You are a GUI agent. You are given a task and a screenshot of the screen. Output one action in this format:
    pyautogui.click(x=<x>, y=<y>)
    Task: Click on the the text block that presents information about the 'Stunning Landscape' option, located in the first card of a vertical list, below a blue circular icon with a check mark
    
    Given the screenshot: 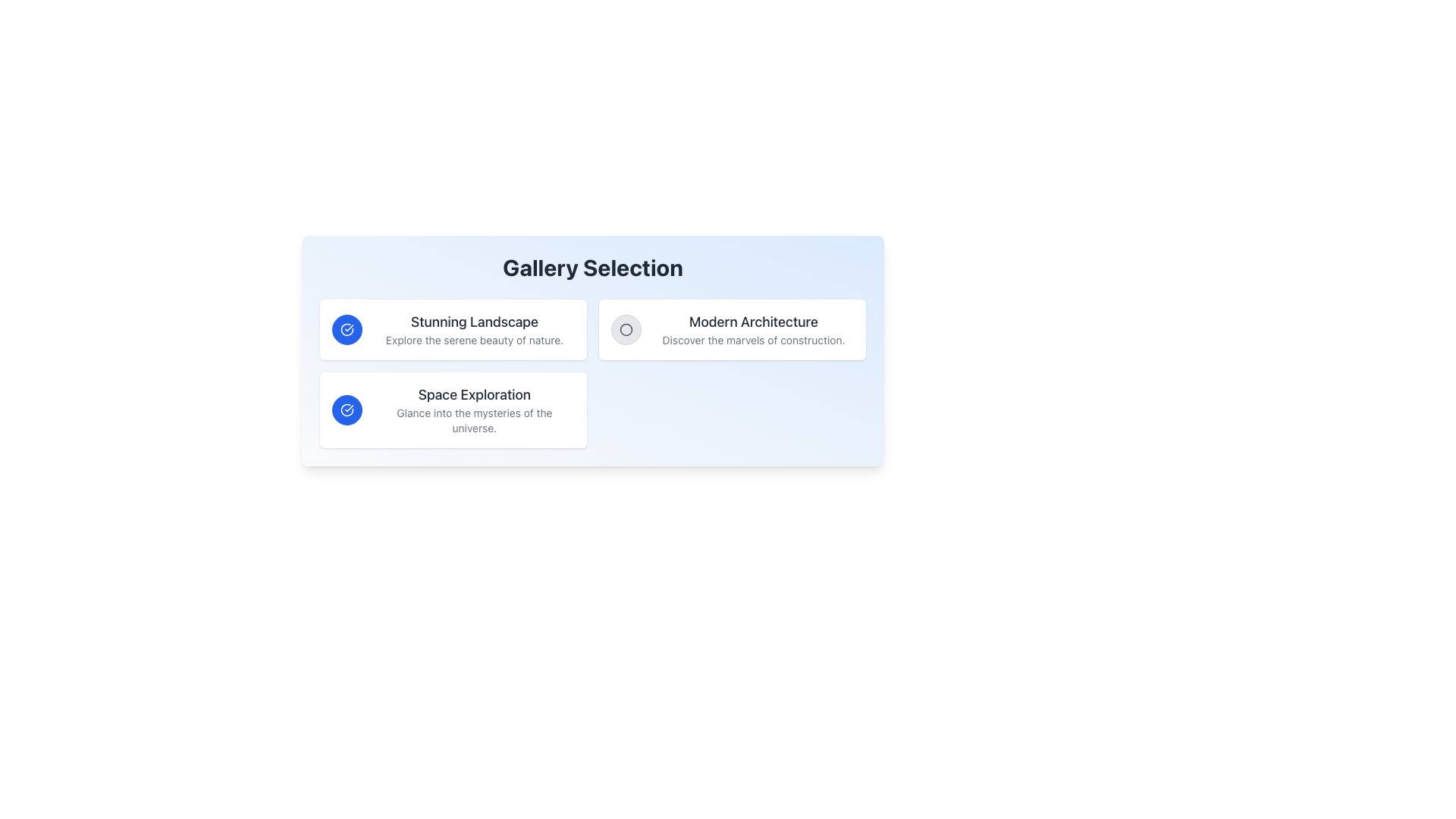 What is the action you would take?
    pyautogui.click(x=473, y=329)
    